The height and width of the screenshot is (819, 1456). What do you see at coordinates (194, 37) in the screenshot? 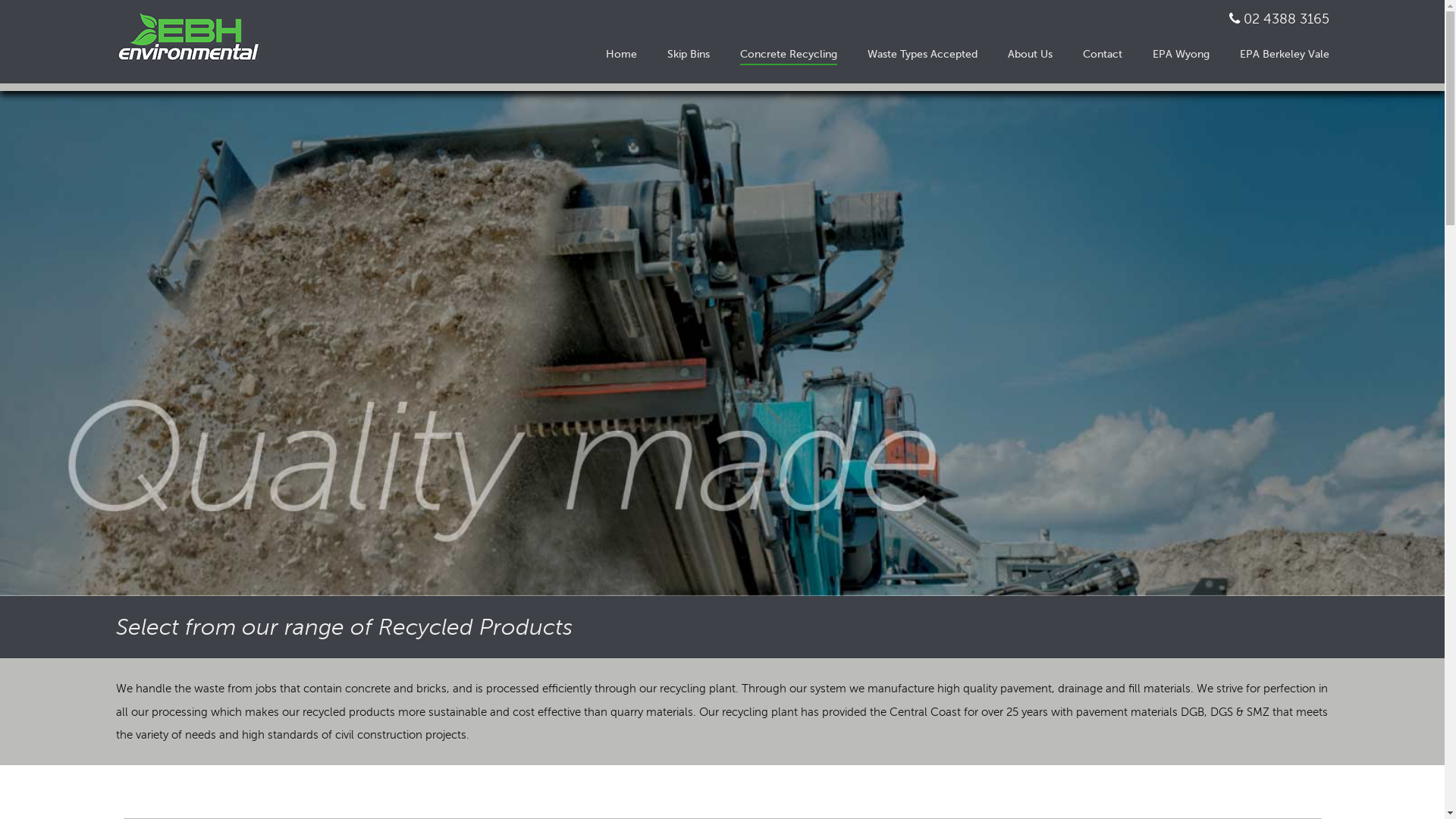
I see `'EBH Environmental'` at bounding box center [194, 37].